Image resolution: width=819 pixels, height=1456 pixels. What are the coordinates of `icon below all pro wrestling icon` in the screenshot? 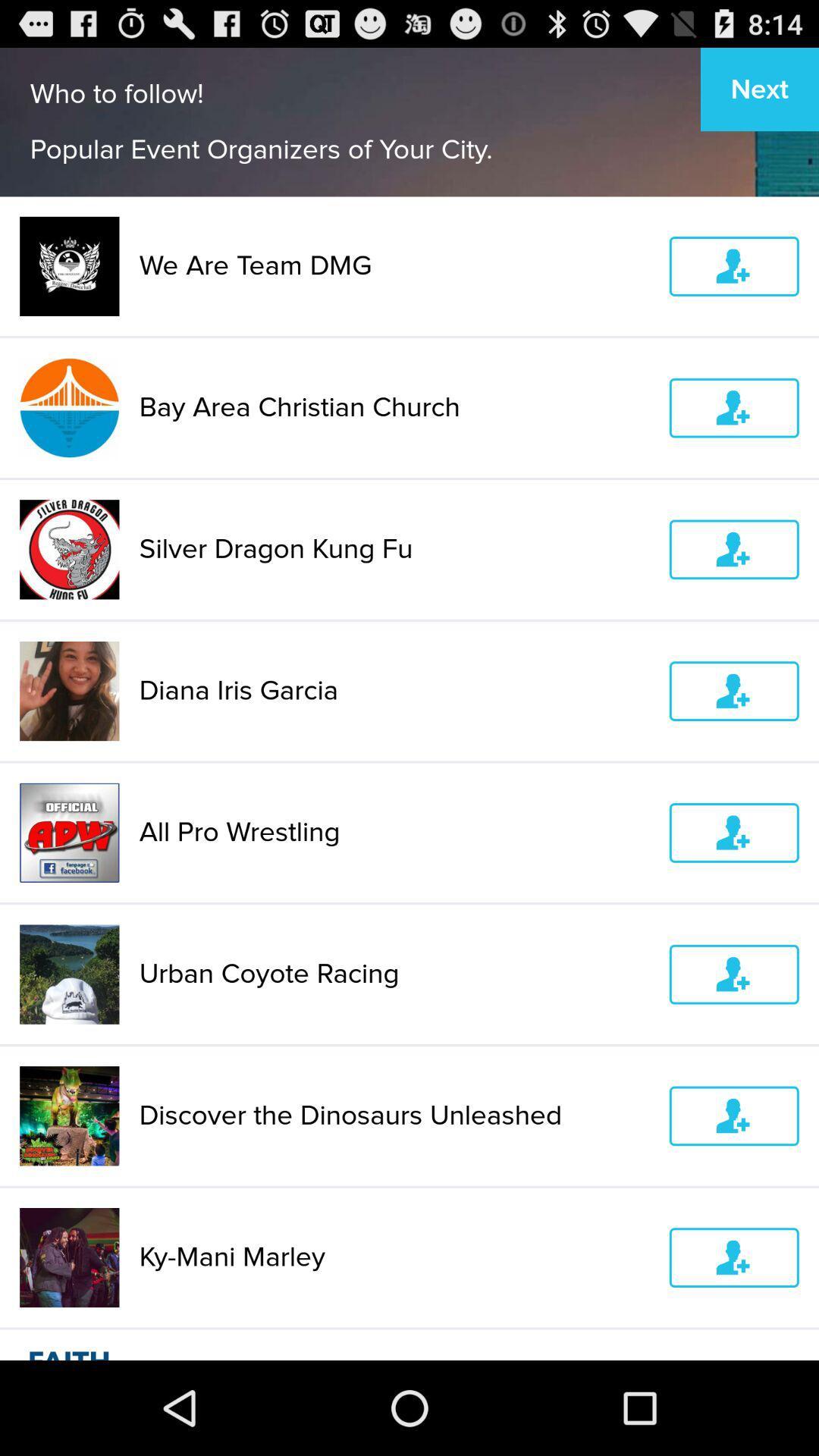 It's located at (394, 974).